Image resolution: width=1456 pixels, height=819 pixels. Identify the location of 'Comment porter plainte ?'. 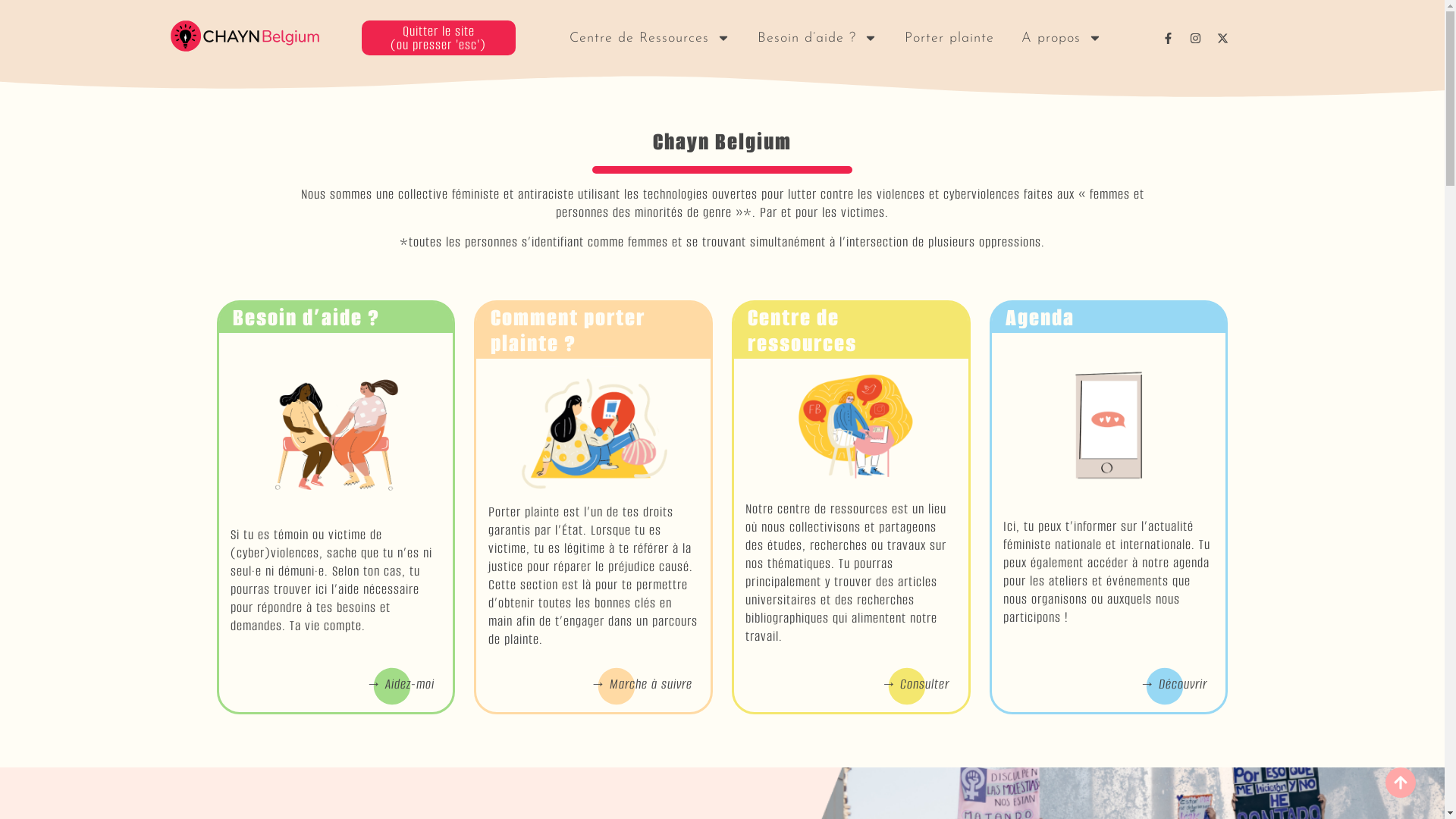
(491, 329).